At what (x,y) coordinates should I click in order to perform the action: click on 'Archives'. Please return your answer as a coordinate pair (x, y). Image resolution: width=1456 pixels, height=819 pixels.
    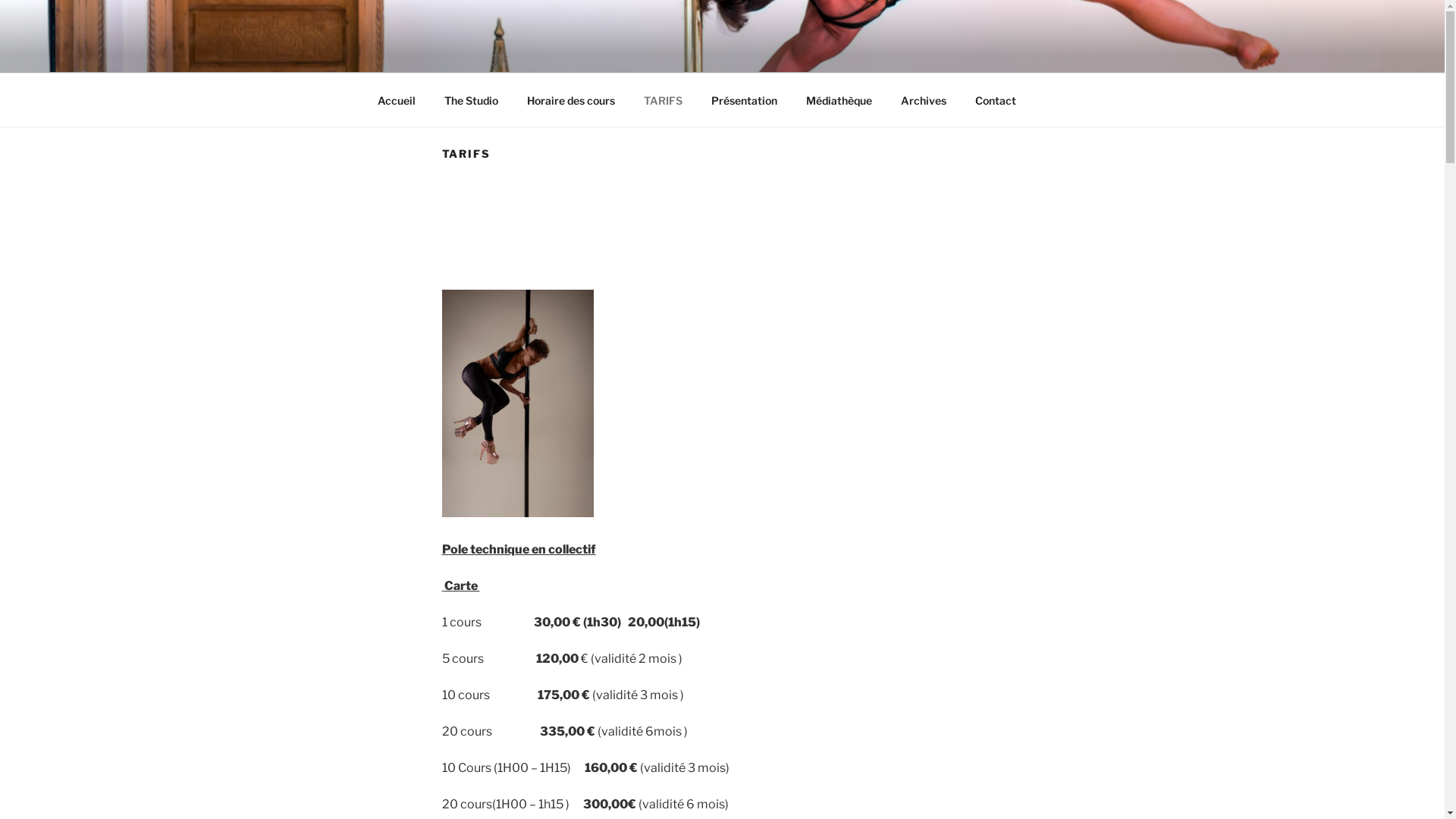
    Looking at the image, I should click on (887, 100).